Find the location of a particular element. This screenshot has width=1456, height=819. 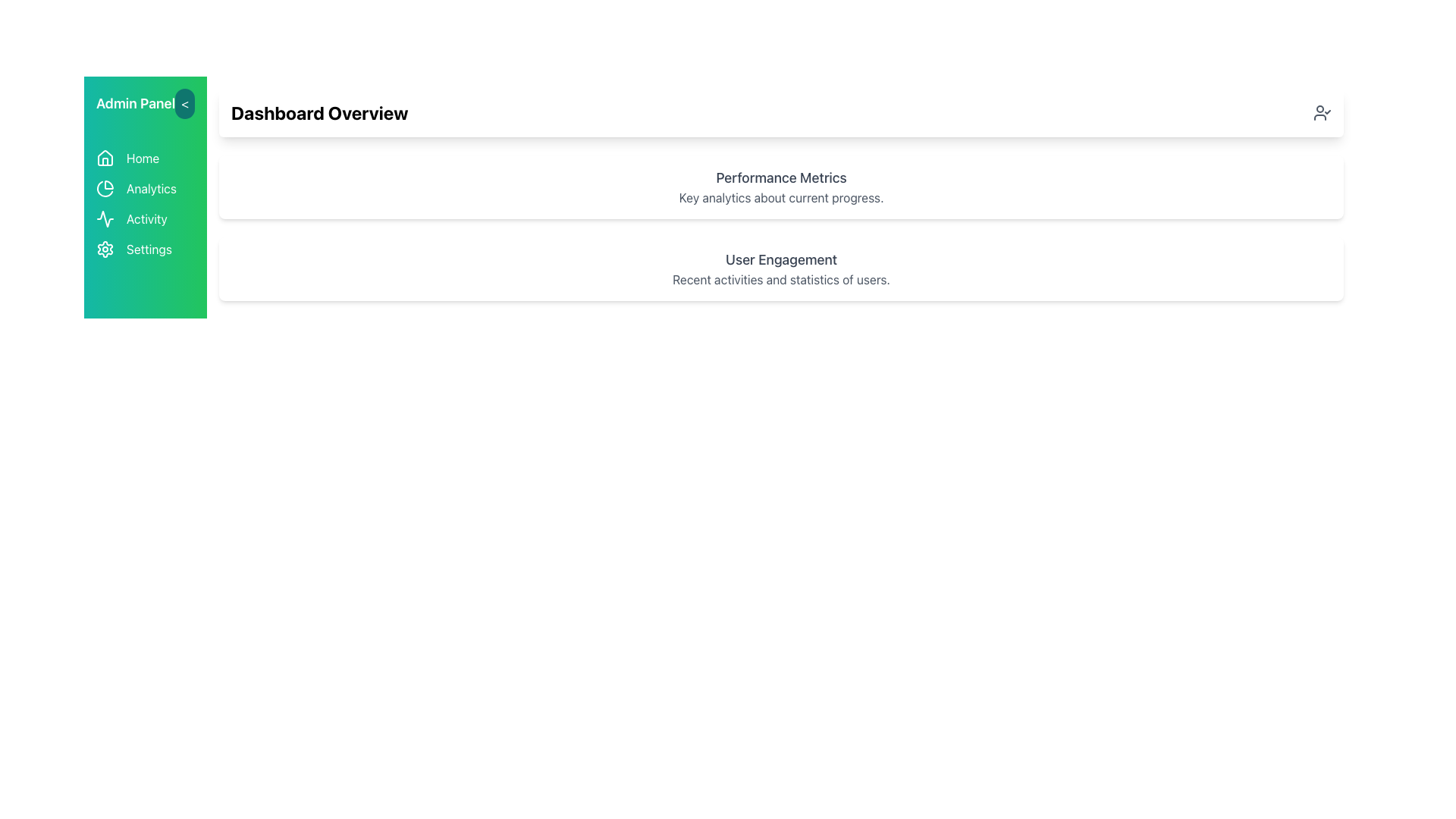

the Analytics icon in the vertical navigation menu is located at coordinates (105, 188).